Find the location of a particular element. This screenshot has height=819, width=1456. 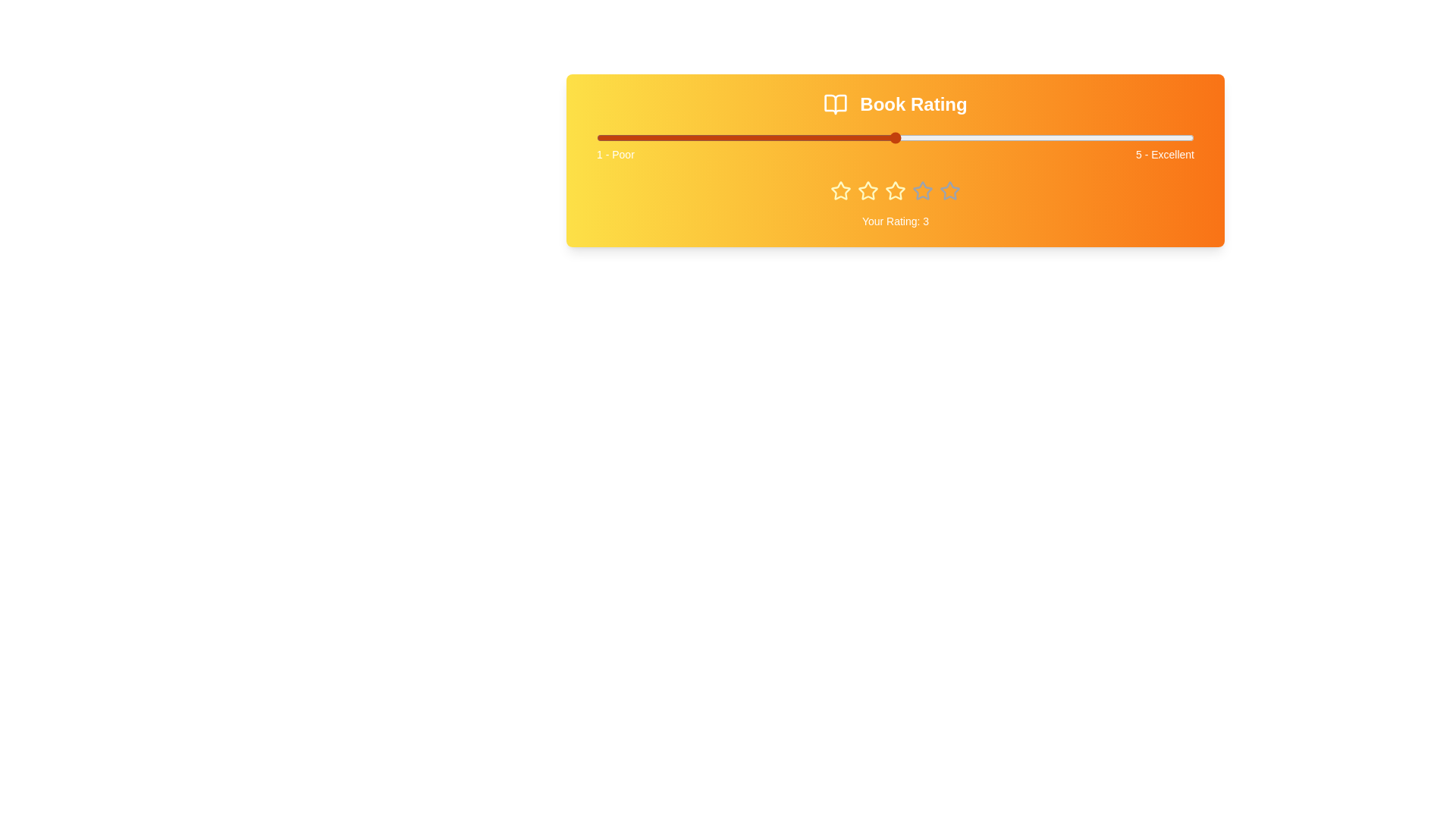

the rating slider is located at coordinates (745, 137).